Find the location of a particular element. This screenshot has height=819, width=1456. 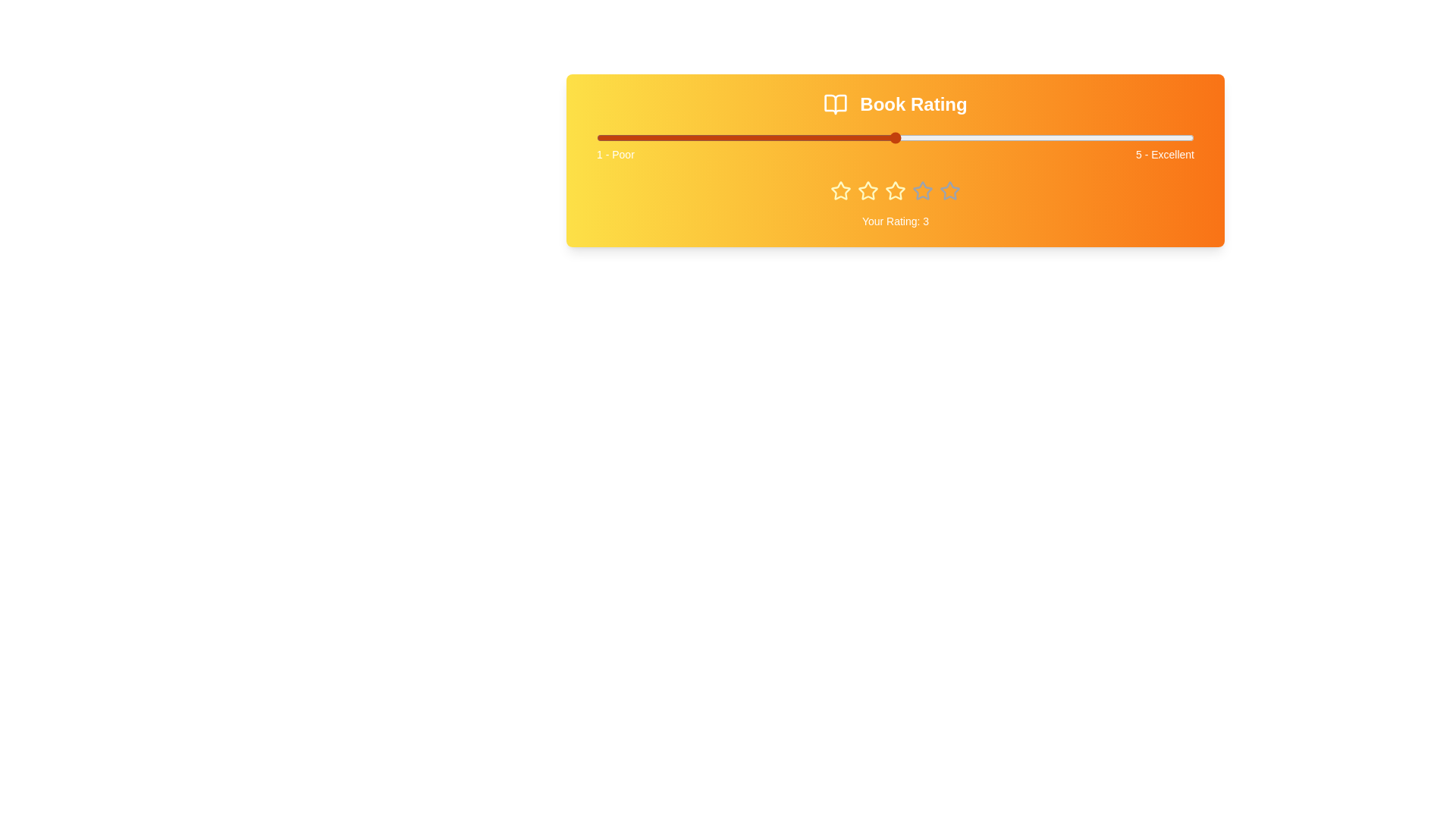

the rating slider is located at coordinates (745, 137).